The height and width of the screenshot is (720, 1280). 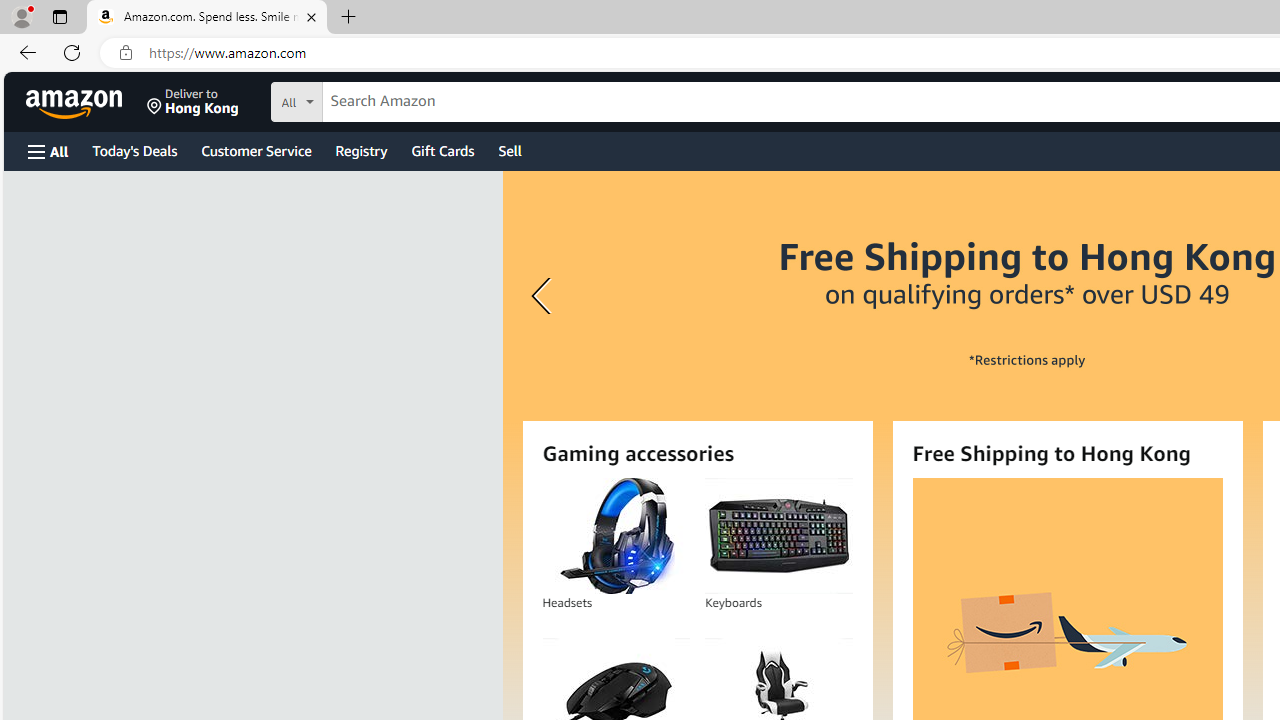 What do you see at coordinates (48, 150) in the screenshot?
I see `'Open Menu'` at bounding box center [48, 150].